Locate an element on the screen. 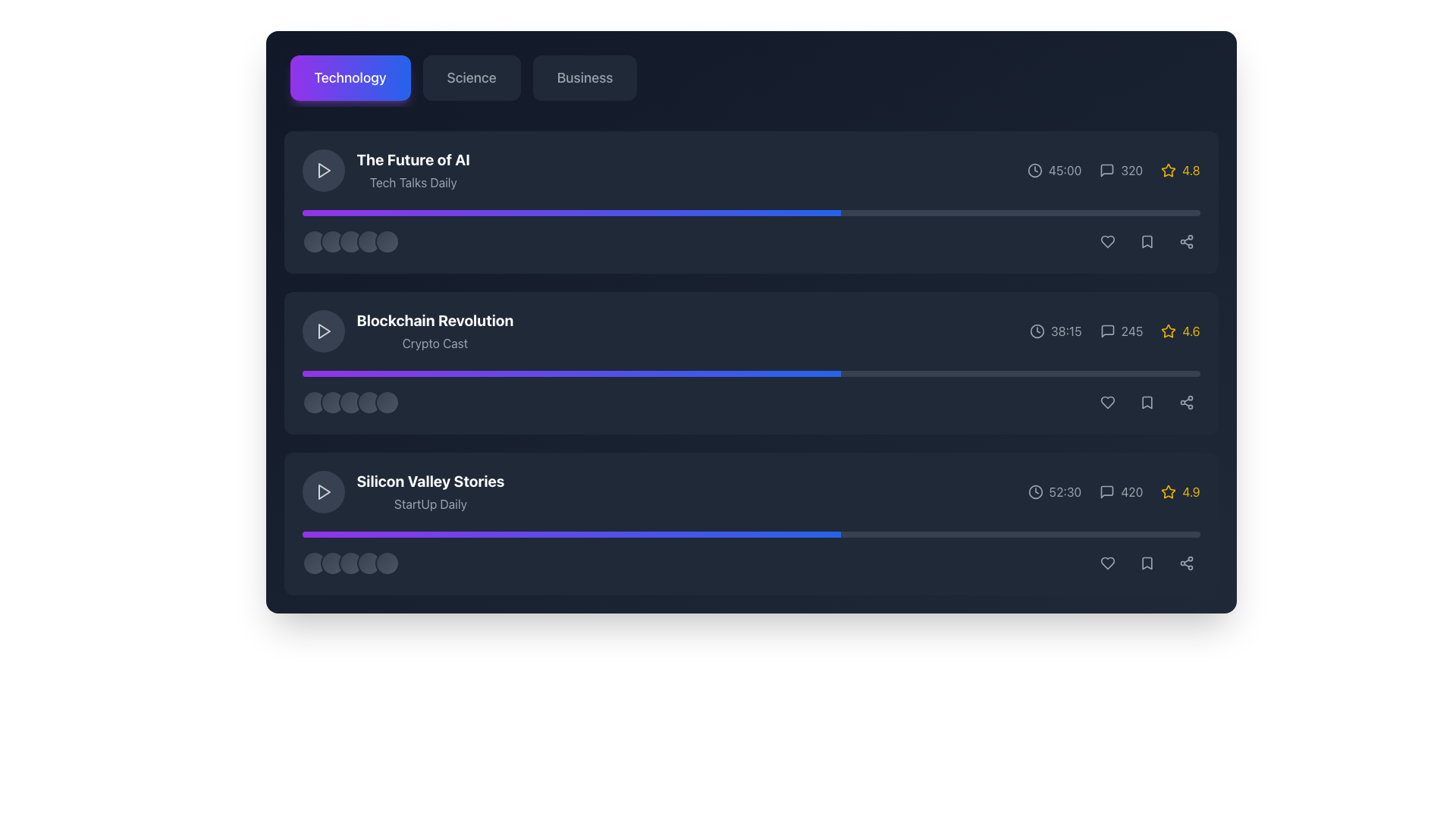 The image size is (1456, 819). the yellow outlined star rating icon in the second row of the podcast entry 'Blockchain Revolution' is located at coordinates (1168, 330).